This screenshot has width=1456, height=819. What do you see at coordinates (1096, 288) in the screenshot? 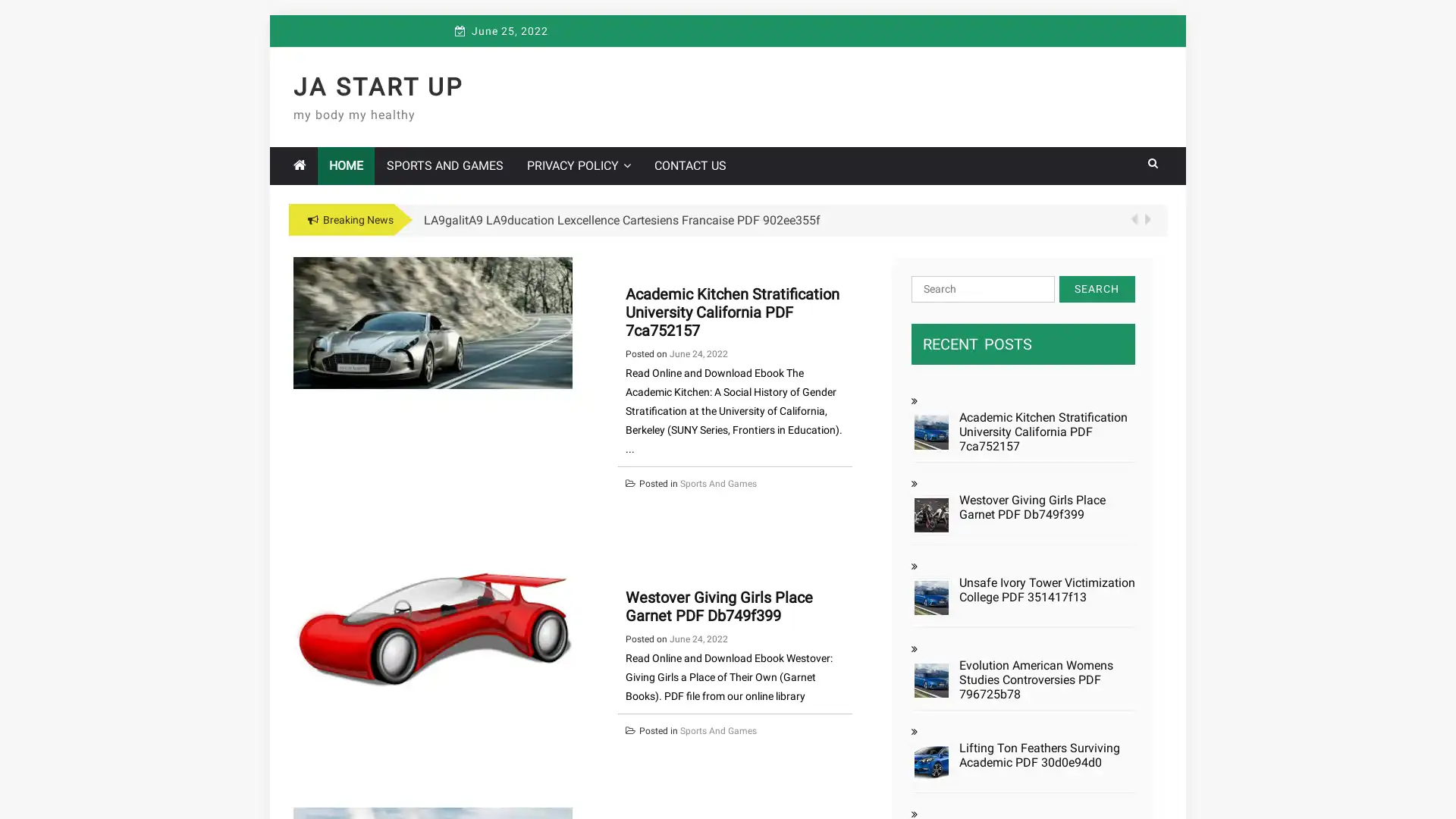
I see `Search` at bounding box center [1096, 288].